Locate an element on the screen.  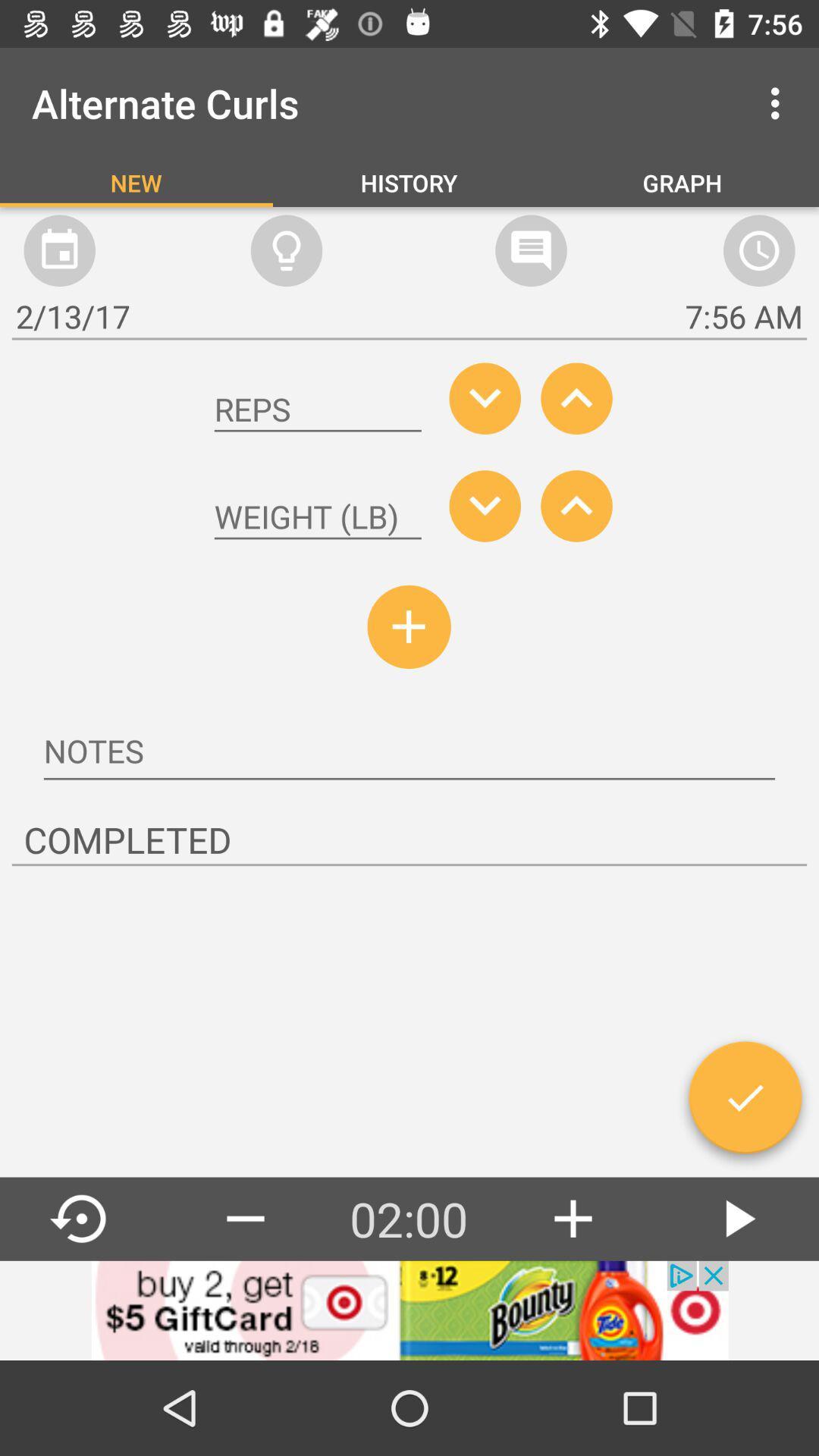
reps box is located at coordinates (317, 409).